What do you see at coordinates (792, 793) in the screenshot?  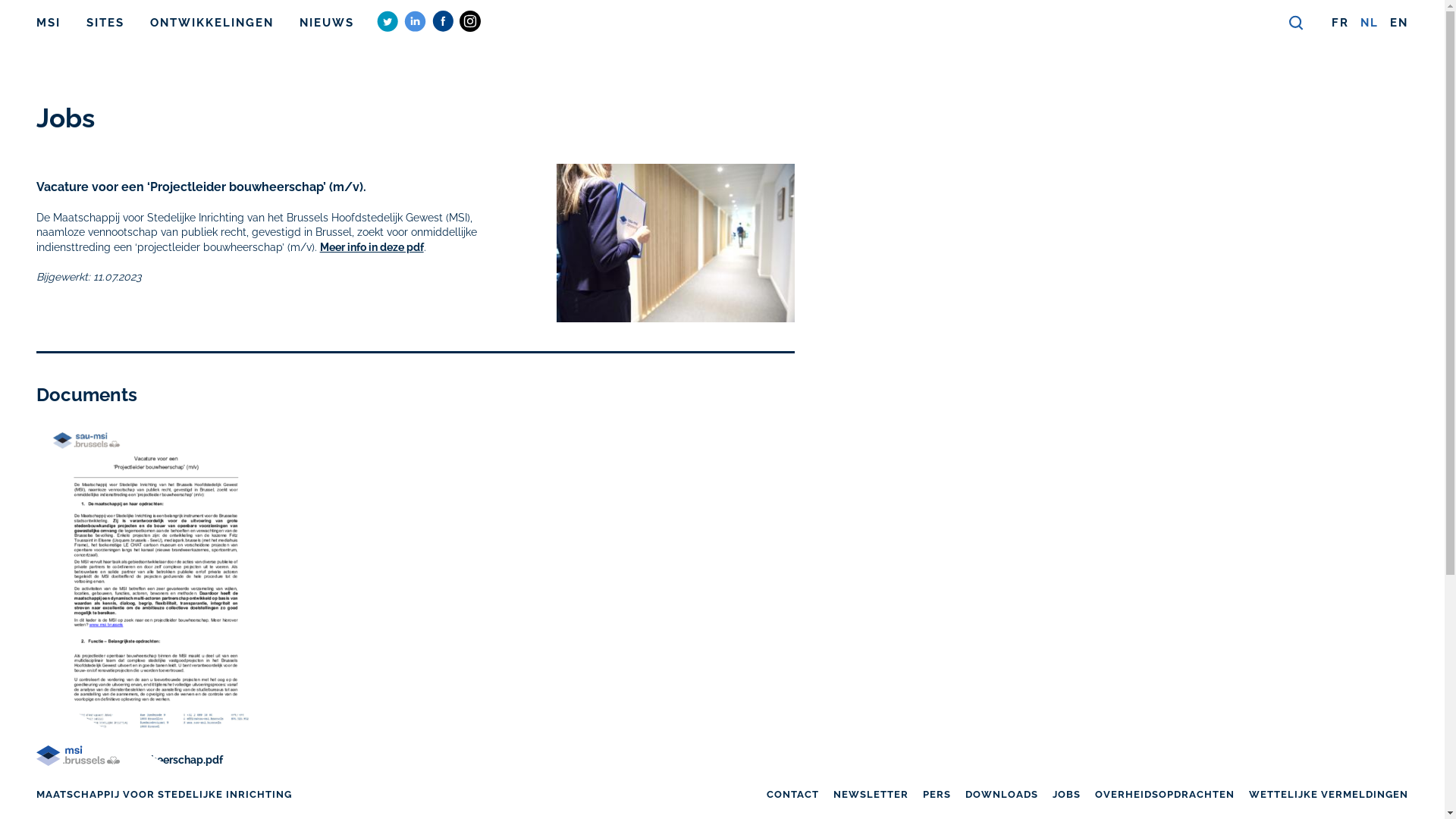 I see `'CONTACT'` at bounding box center [792, 793].